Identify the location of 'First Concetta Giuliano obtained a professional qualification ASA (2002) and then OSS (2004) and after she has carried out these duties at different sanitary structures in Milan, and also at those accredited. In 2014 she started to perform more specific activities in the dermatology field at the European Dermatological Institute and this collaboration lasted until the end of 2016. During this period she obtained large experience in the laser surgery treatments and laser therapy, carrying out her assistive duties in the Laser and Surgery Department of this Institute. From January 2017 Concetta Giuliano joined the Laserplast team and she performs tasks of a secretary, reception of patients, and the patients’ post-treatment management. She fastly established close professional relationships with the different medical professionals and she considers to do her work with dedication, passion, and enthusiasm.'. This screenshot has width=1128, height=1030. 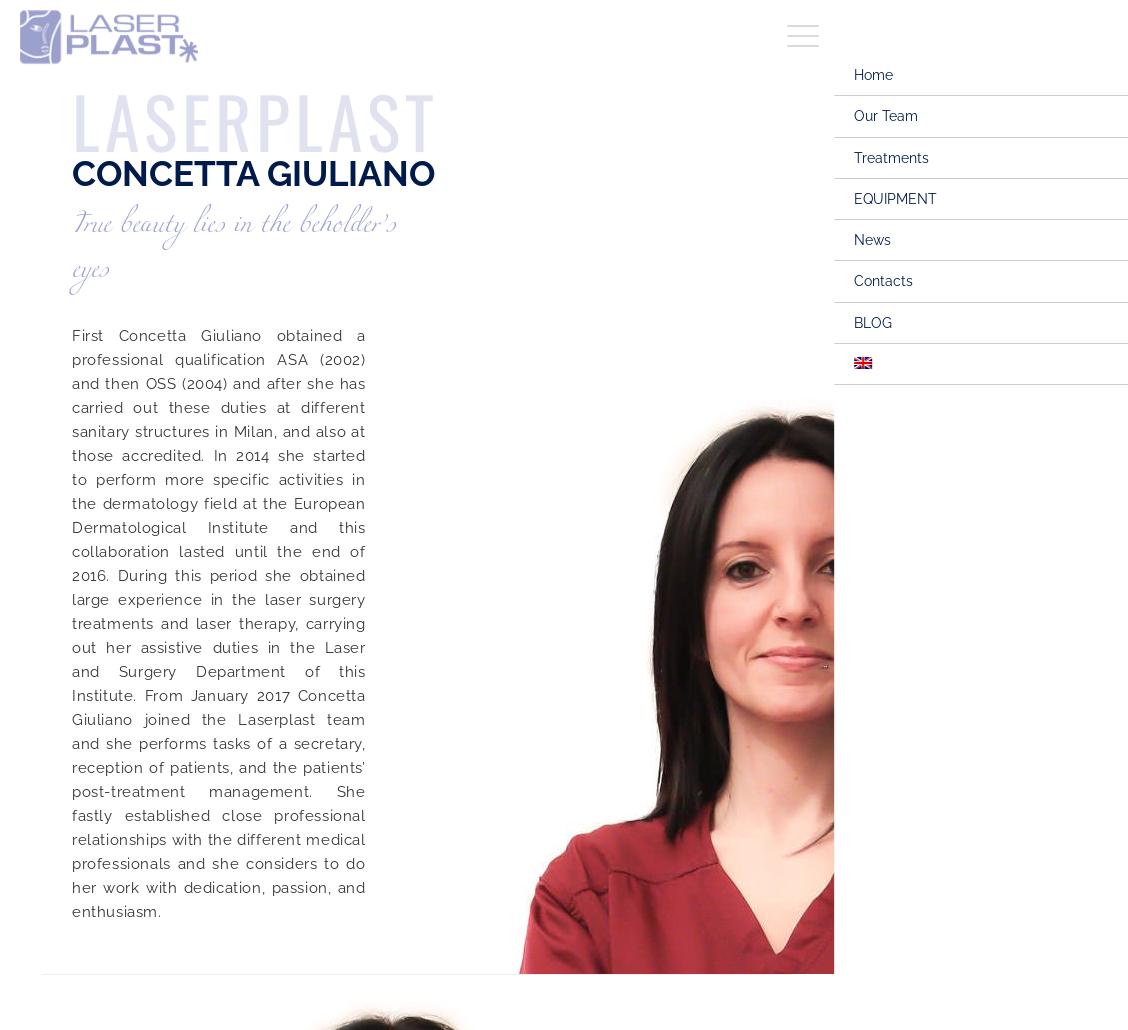
(218, 622).